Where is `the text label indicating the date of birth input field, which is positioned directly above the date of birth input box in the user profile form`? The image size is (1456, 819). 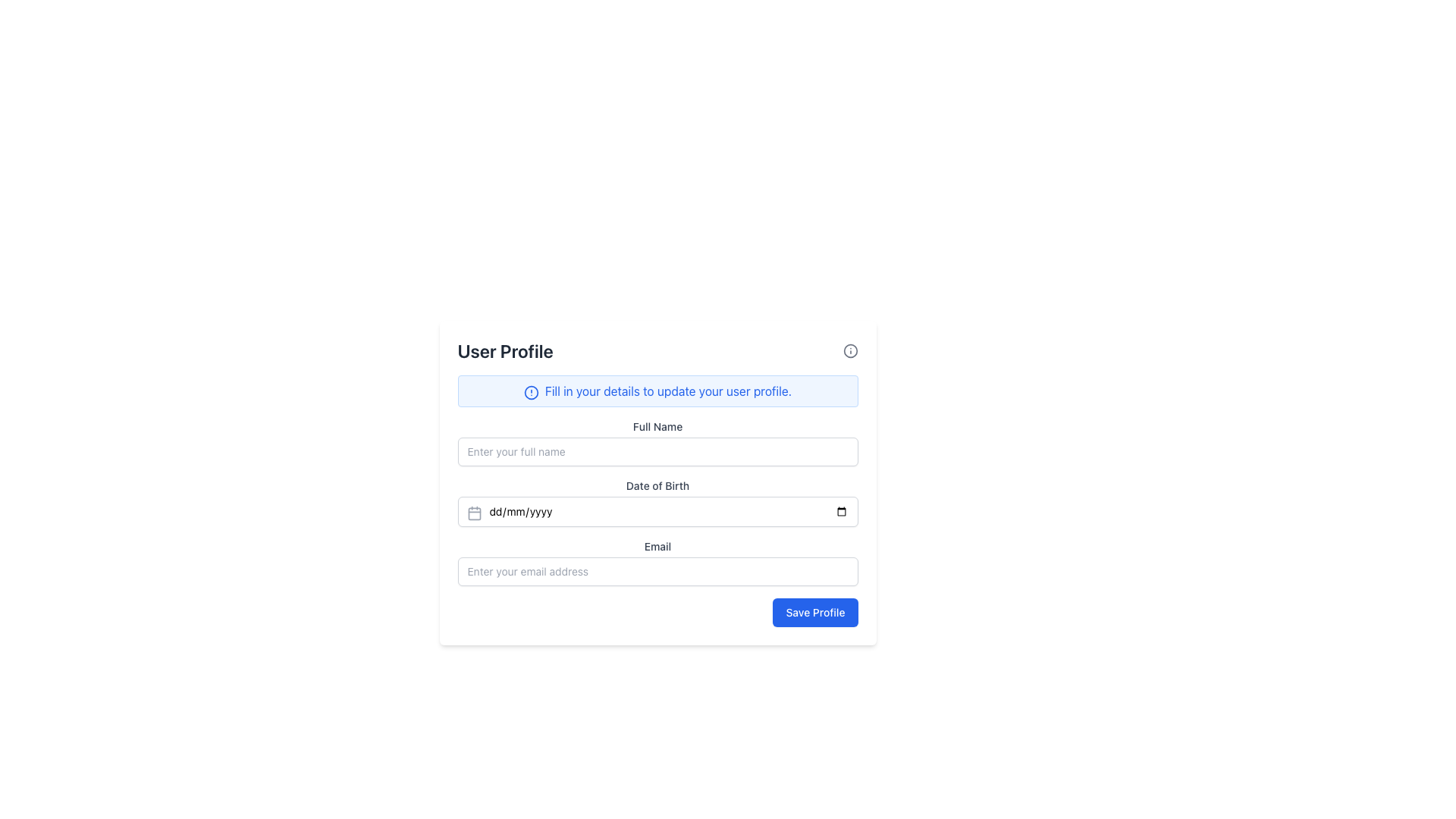
the text label indicating the date of birth input field, which is positioned directly above the date of birth input box in the user profile form is located at coordinates (657, 485).